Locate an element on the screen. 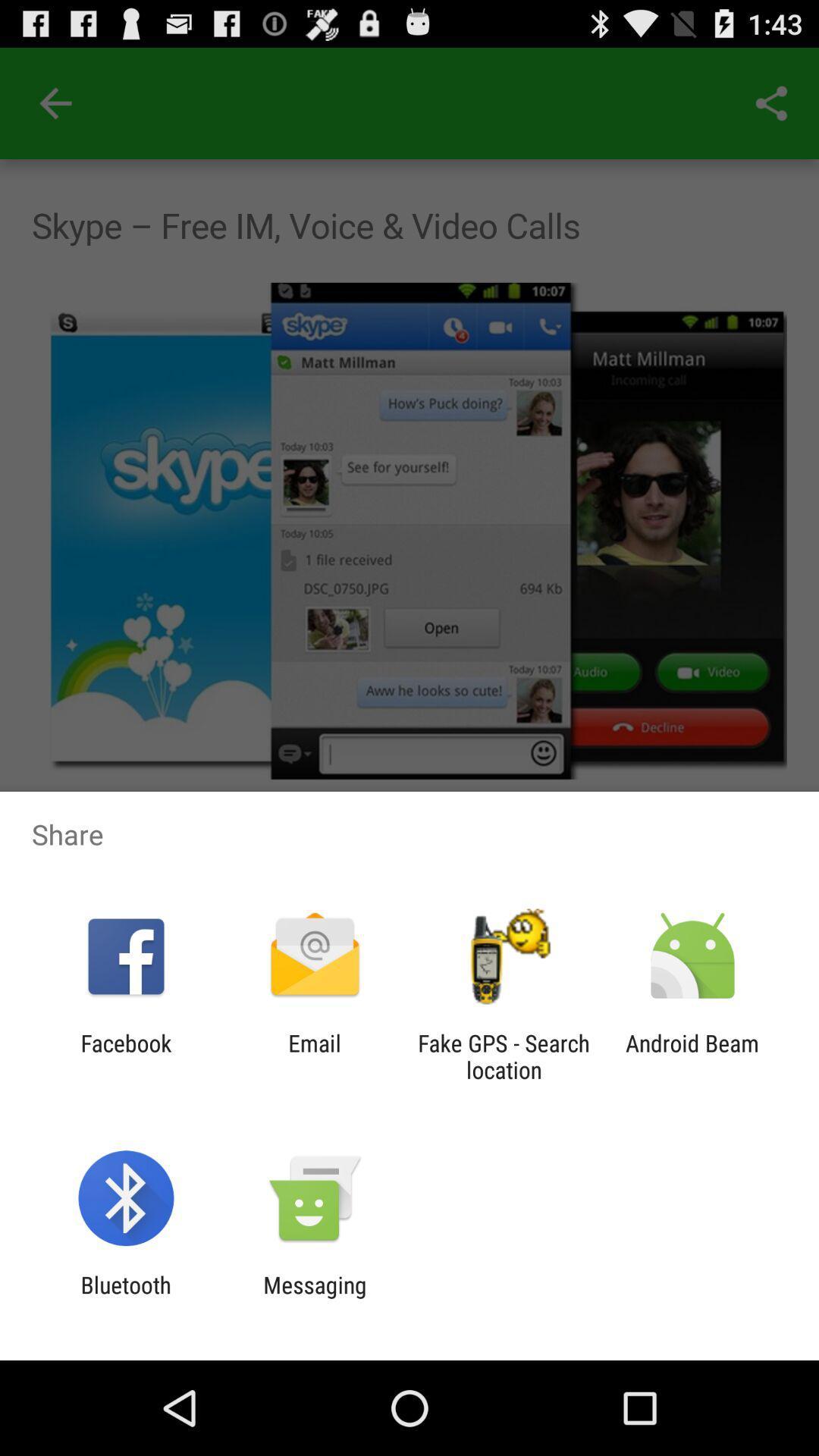  icon to the left of email app is located at coordinates (125, 1056).